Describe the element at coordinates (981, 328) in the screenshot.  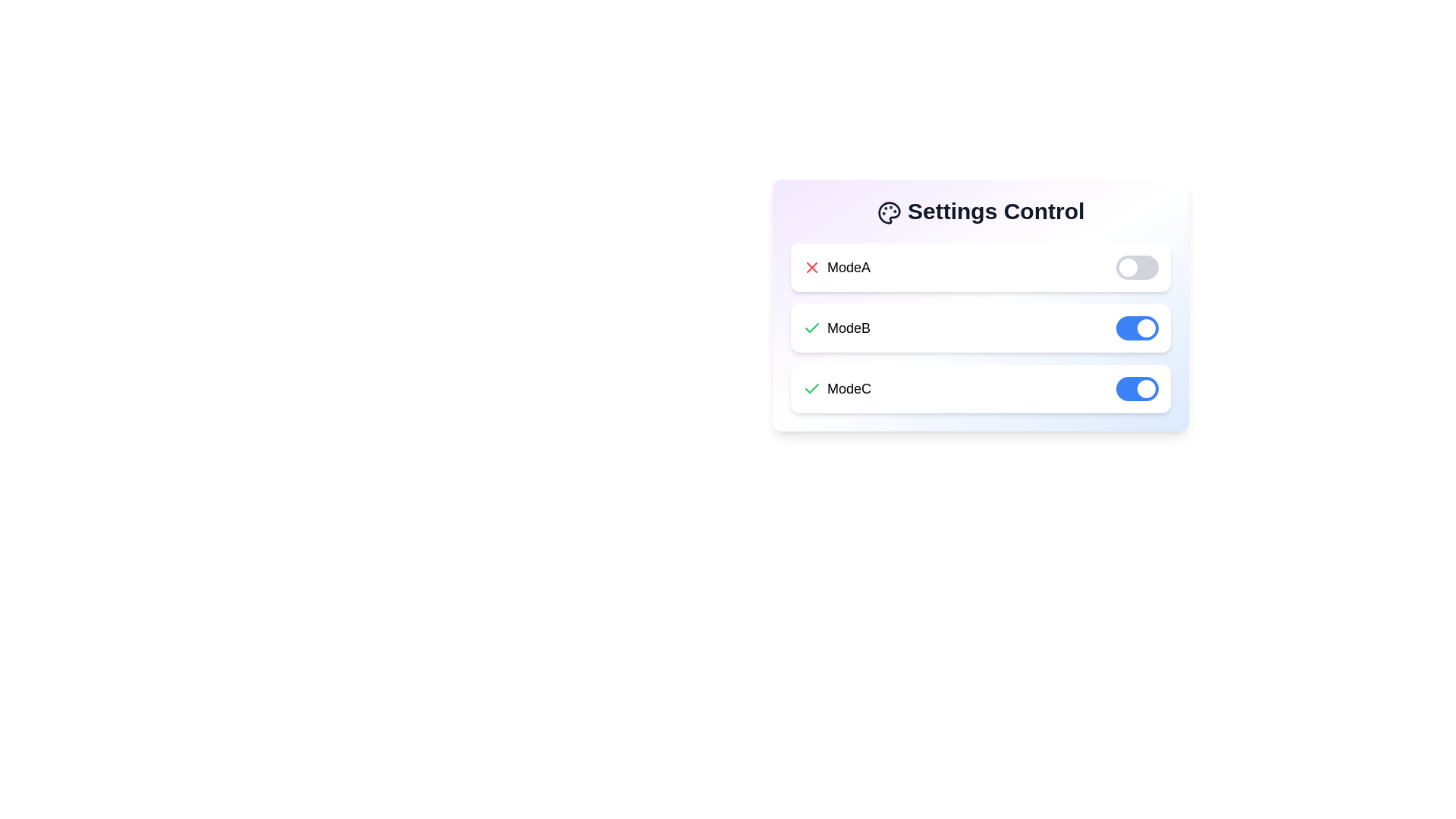
I see `the selectable mode item labeled 'ModeB'` at that location.